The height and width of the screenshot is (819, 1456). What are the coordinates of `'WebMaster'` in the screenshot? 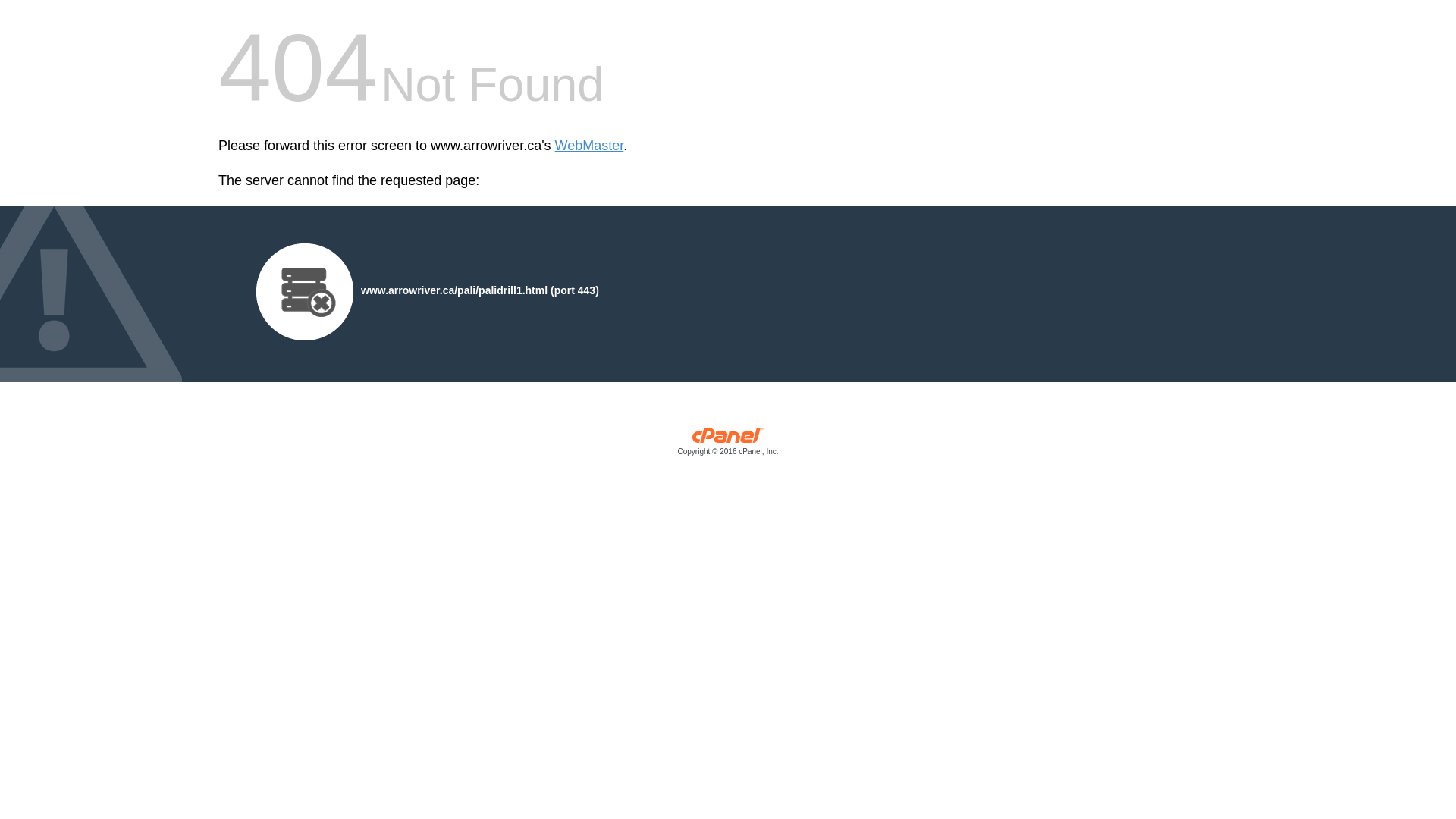 It's located at (588, 146).